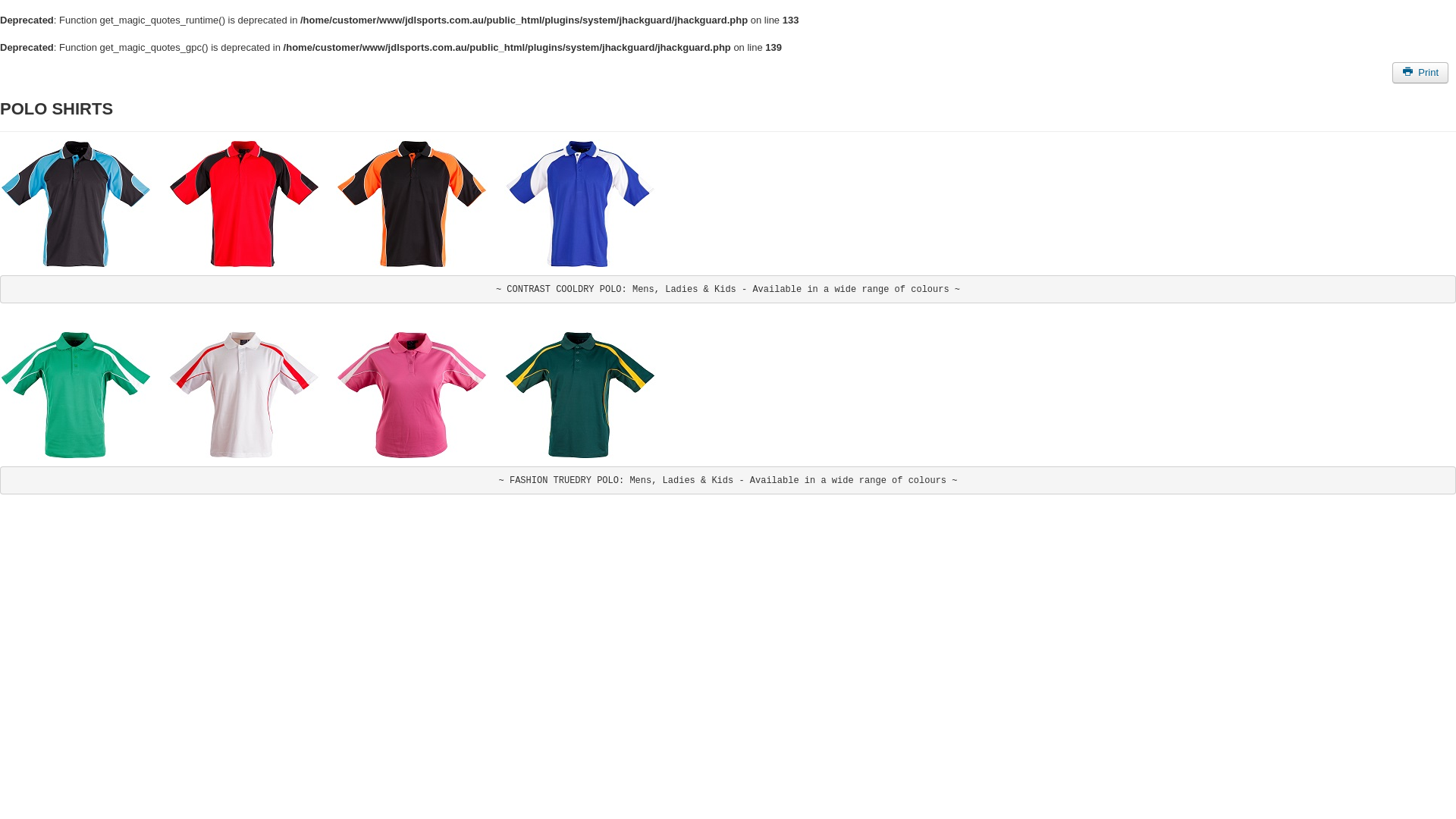 The height and width of the screenshot is (819, 1456). Describe the element at coordinates (1419, 72) in the screenshot. I see `'Print'` at that location.